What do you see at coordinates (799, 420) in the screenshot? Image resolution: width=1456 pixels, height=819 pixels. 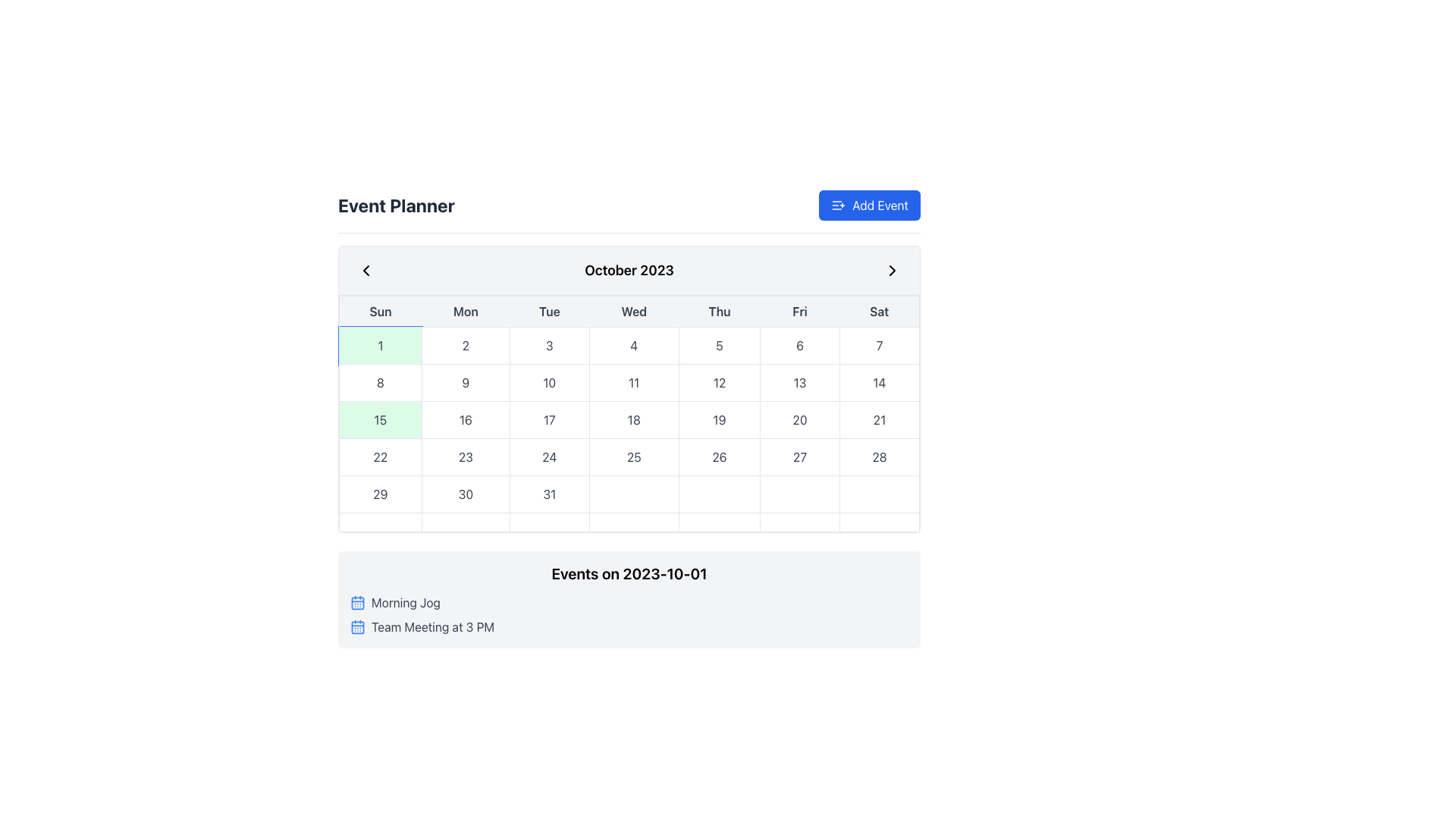 I see `the date selection button for '20th October' located in the calendar grid under 'October 2023'` at bounding box center [799, 420].